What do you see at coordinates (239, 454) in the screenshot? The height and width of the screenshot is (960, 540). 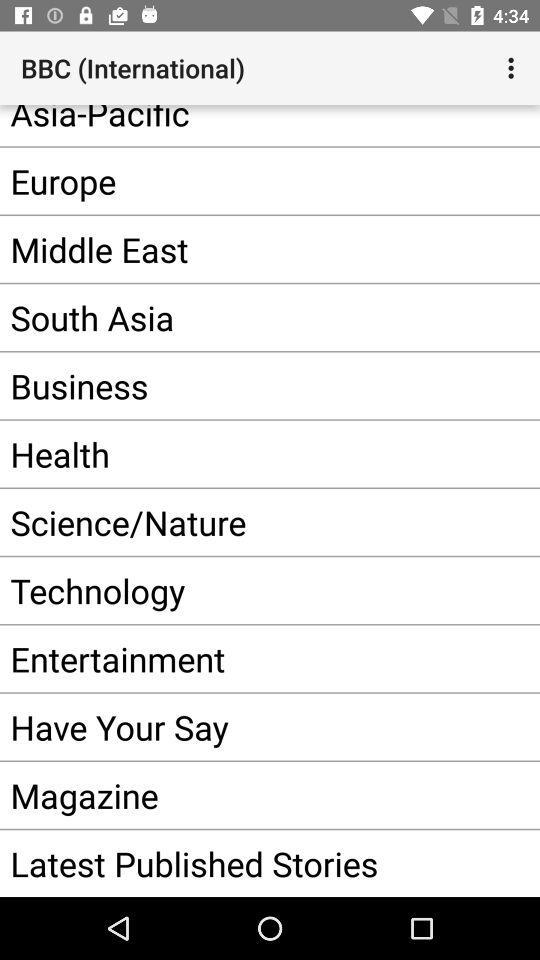 I see `the health` at bounding box center [239, 454].